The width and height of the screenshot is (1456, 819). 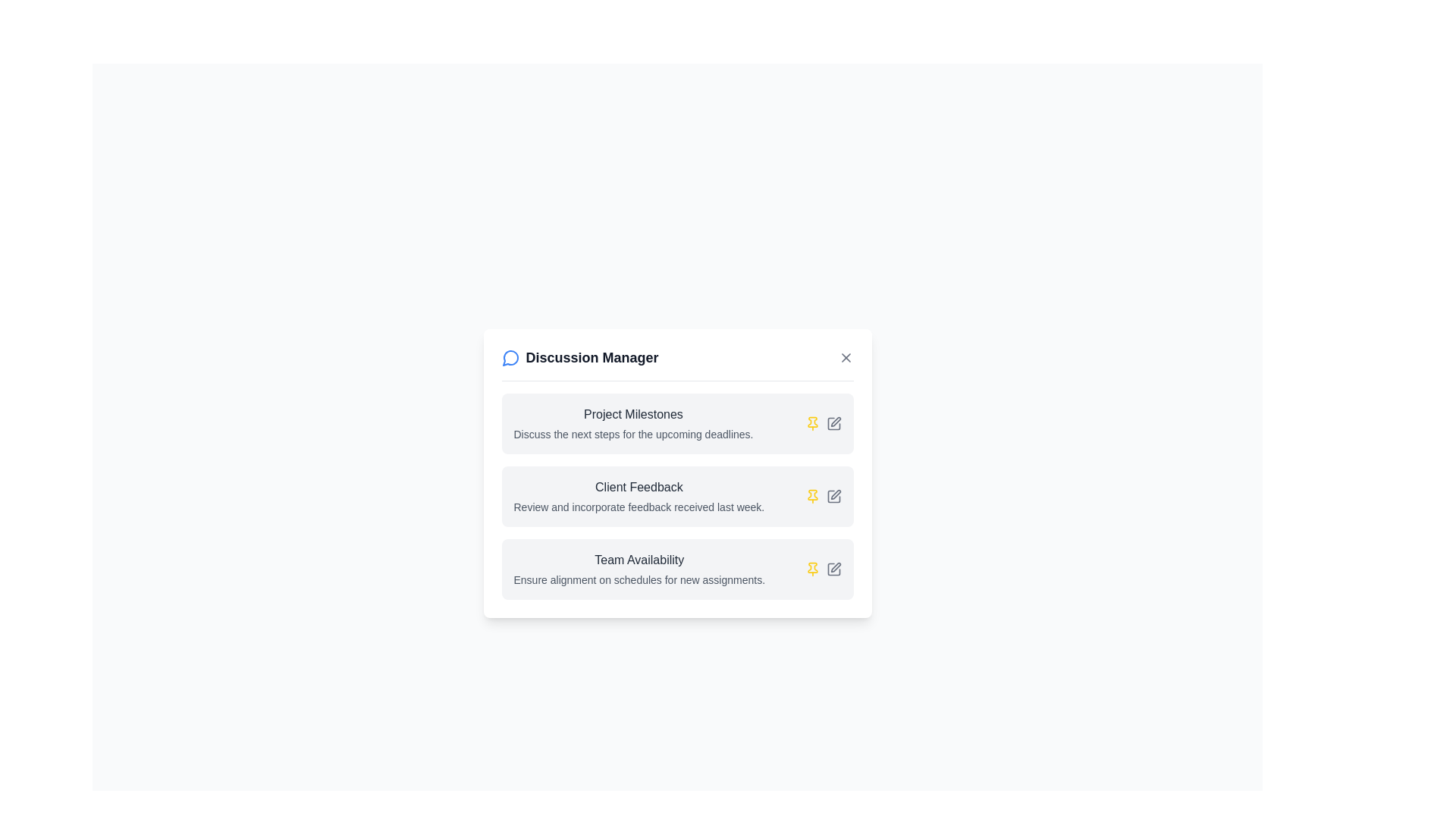 I want to click on the 'Pin' icon located in the bottom-right corner of the 'Team Availability' section within the 'Discussion Manager' interface to pin the associated discussion, so click(x=822, y=569).